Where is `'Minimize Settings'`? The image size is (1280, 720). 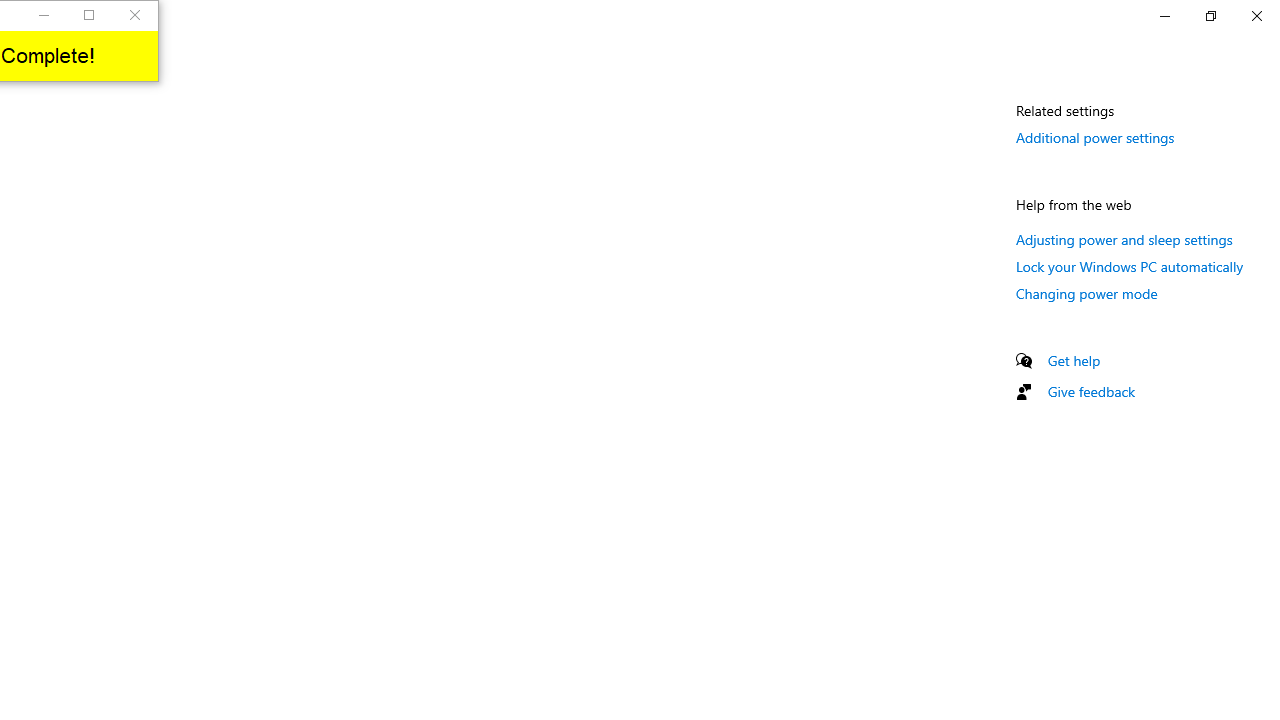 'Minimize Settings' is located at coordinates (1164, 15).